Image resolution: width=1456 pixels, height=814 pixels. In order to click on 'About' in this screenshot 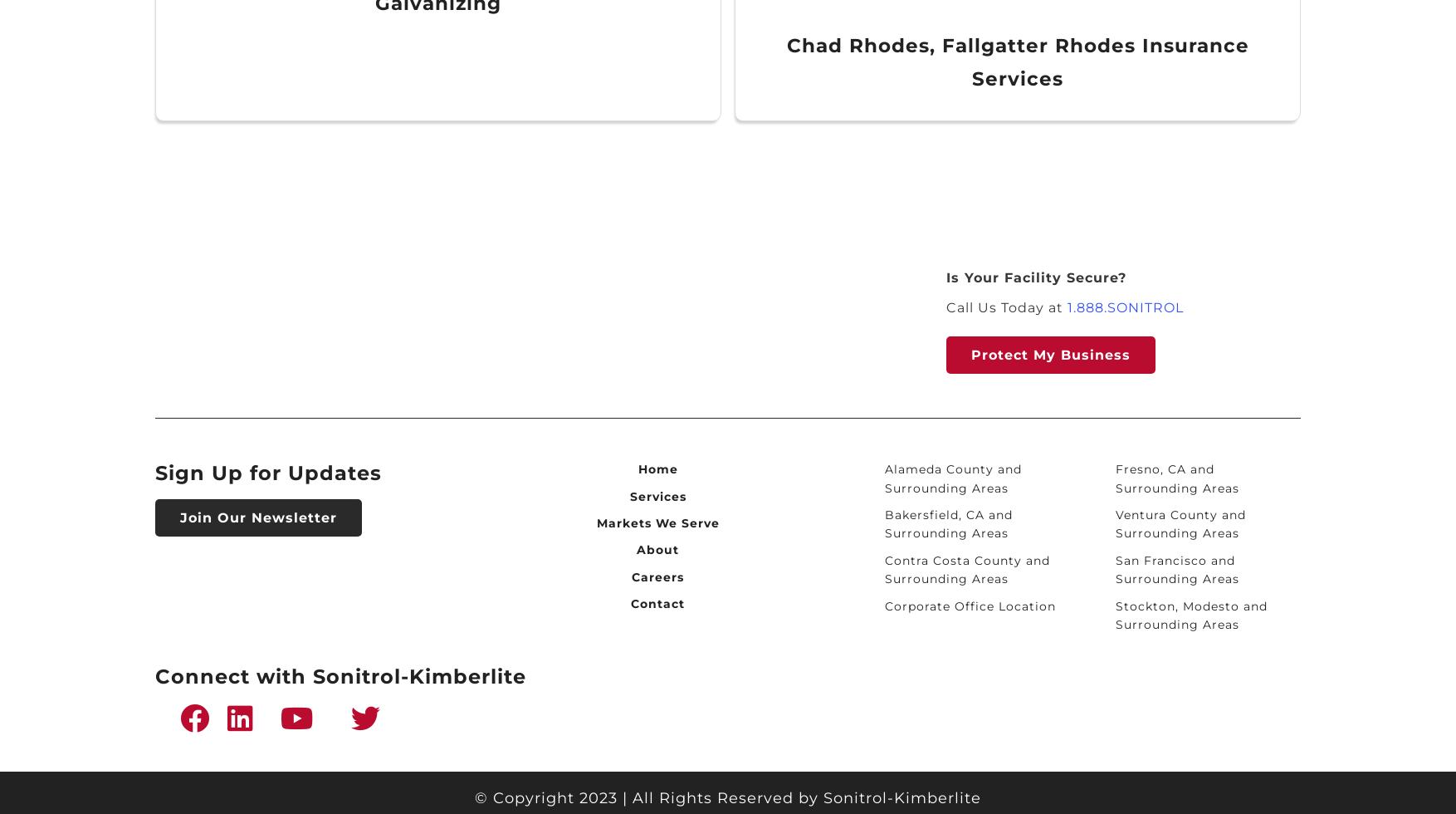, I will do `click(657, 549)`.